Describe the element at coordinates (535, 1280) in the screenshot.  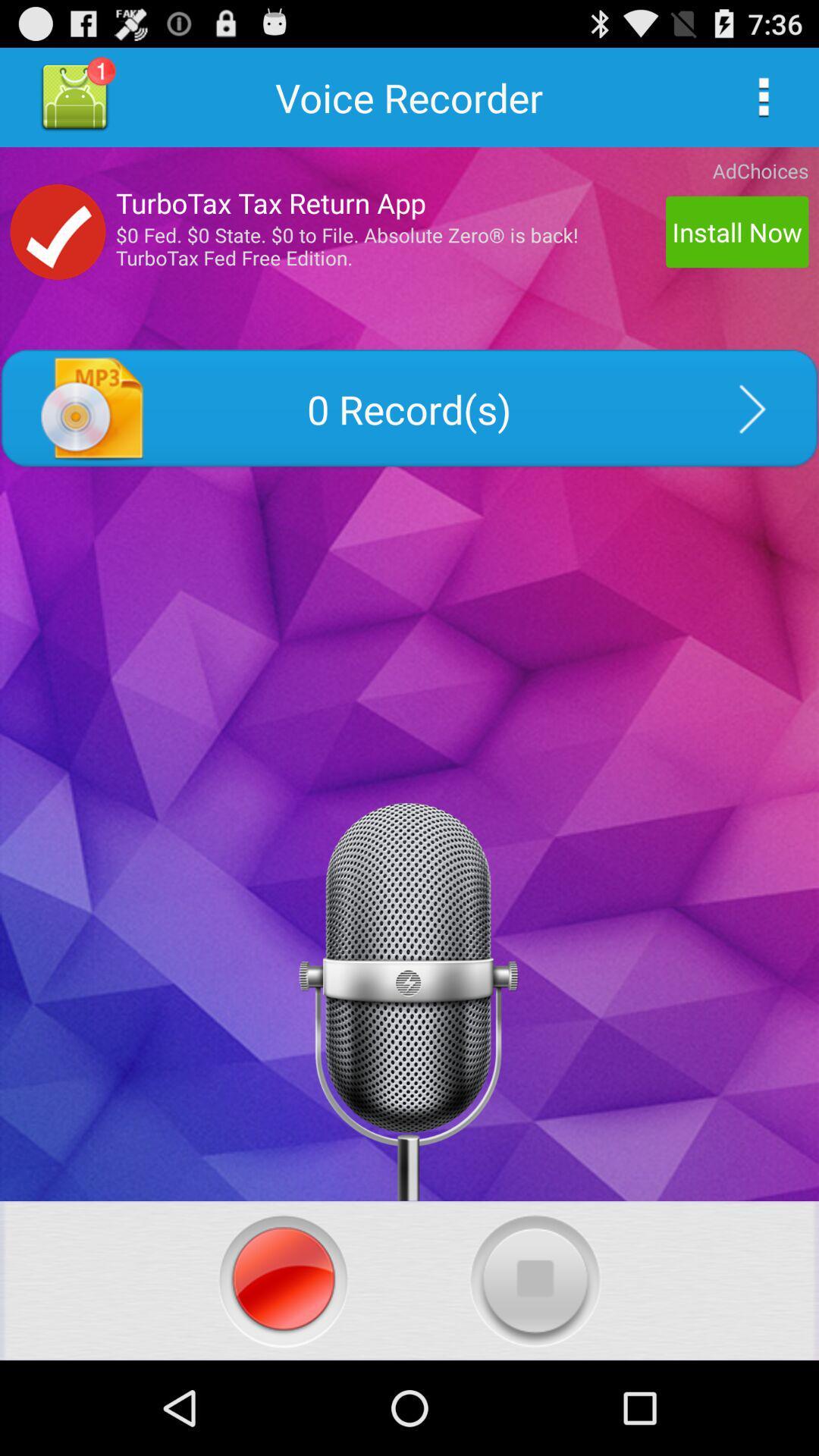
I see `stop` at that location.